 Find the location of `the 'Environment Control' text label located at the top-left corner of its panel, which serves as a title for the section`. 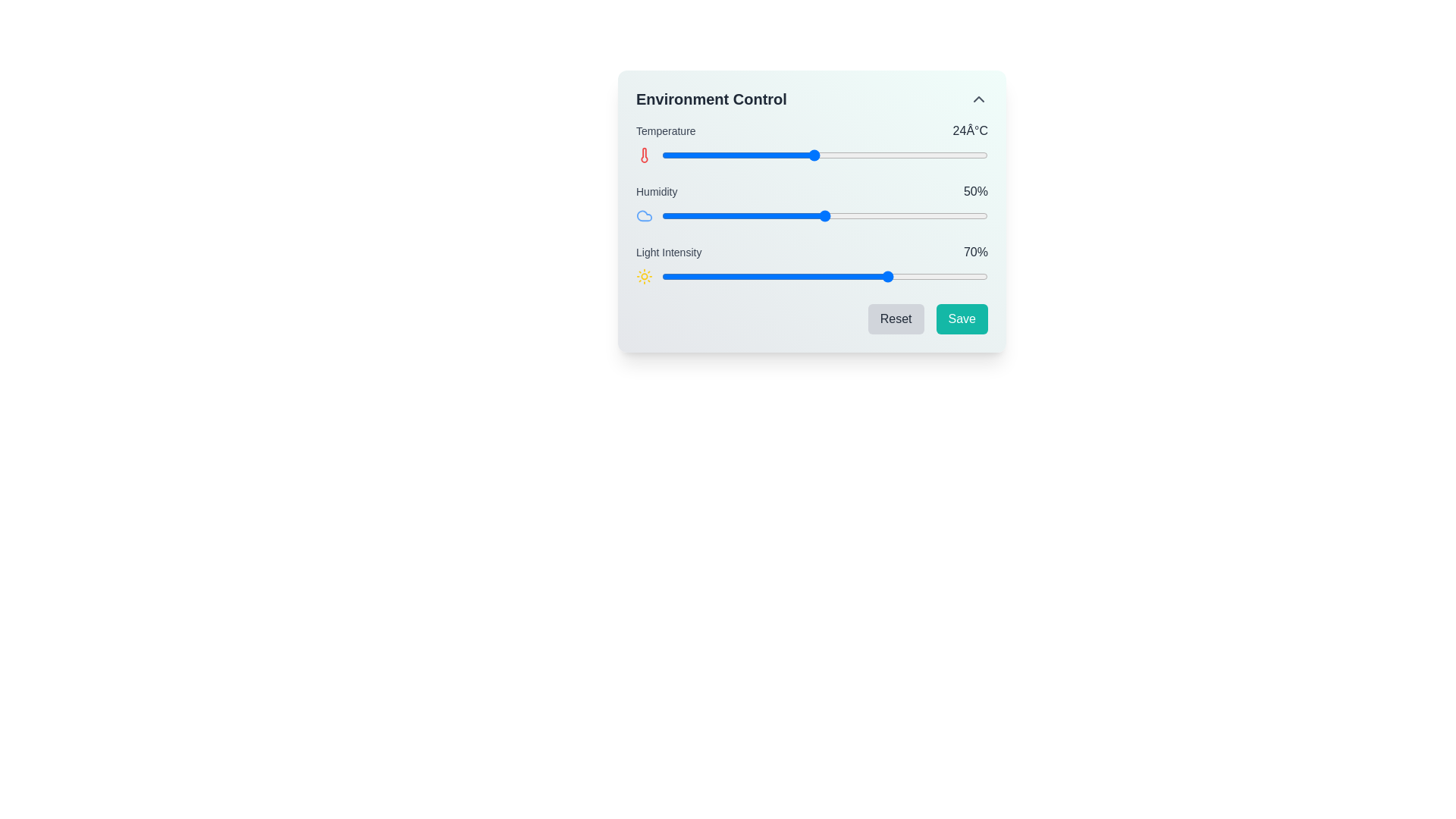

the 'Environment Control' text label located at the top-left corner of its panel, which serves as a title for the section is located at coordinates (711, 99).